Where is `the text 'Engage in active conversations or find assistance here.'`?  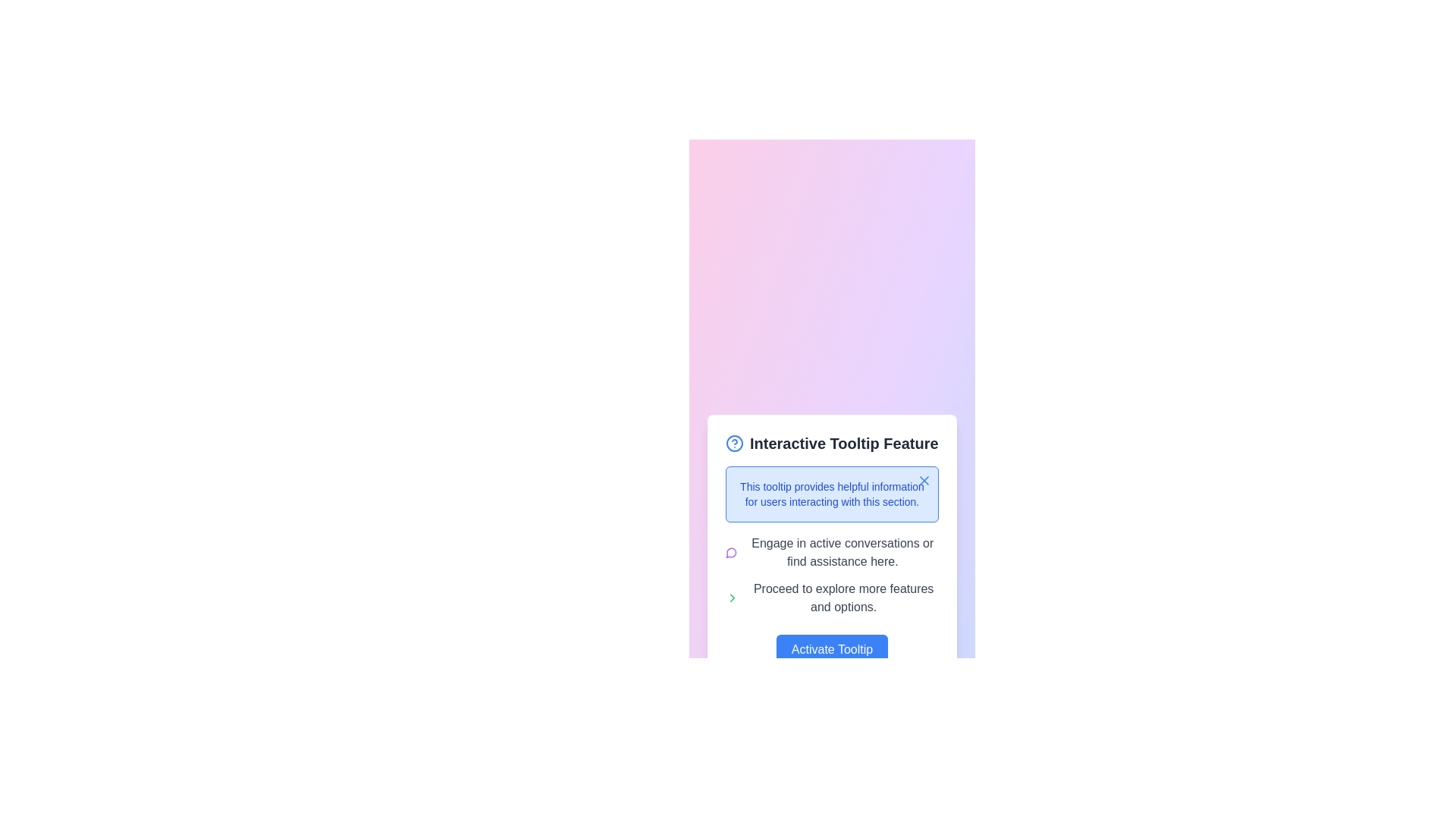
the text 'Engage in active conversations or find assistance here.' is located at coordinates (831, 553).